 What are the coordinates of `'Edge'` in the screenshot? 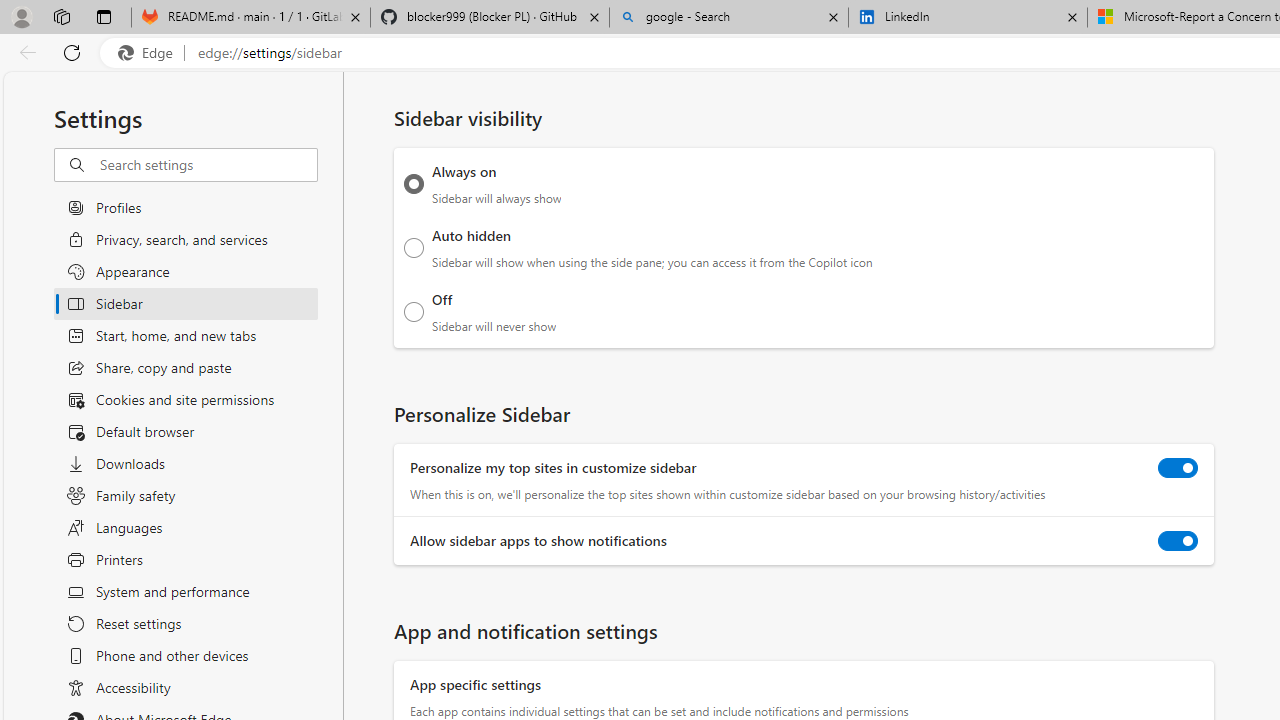 It's located at (149, 52).